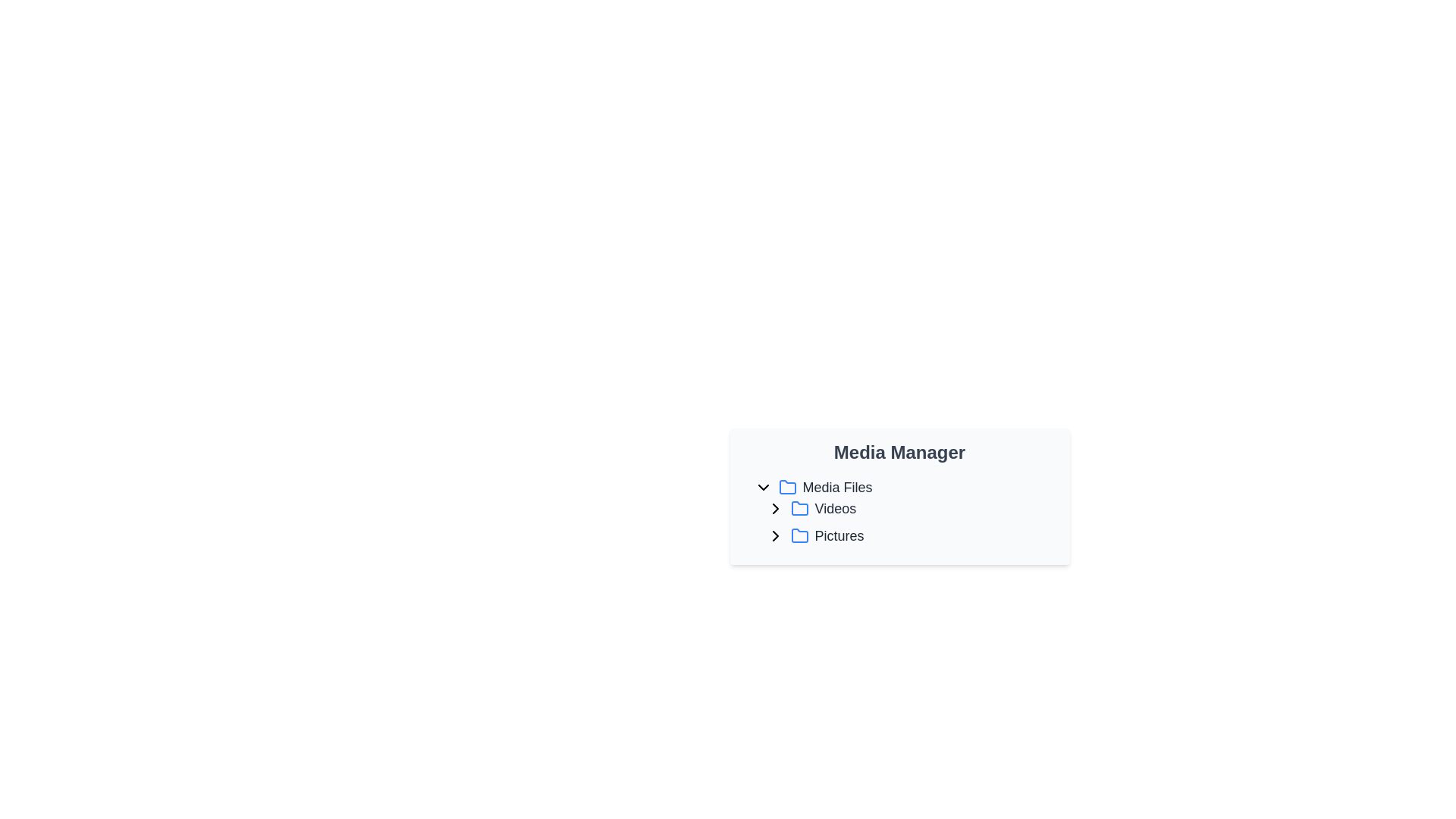 The image size is (1456, 819). I want to click on the button located to the left of the 'Media Files' text, so click(763, 488).